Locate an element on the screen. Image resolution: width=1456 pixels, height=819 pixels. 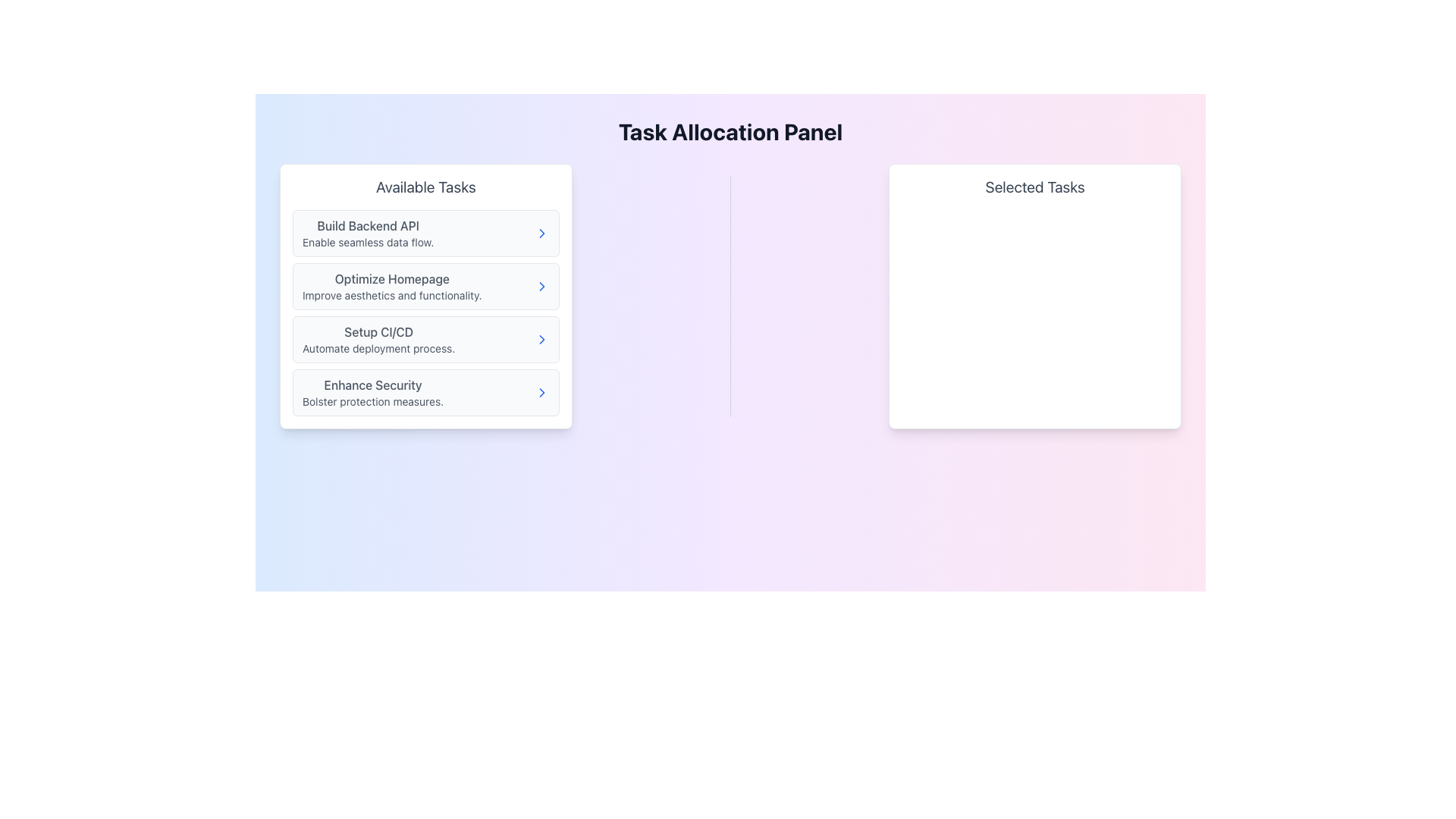
the rightward chevron icon styled in blue located at the right end of the 'Build Backend API' section in the 'Available Tasks' panel is located at coordinates (541, 234).